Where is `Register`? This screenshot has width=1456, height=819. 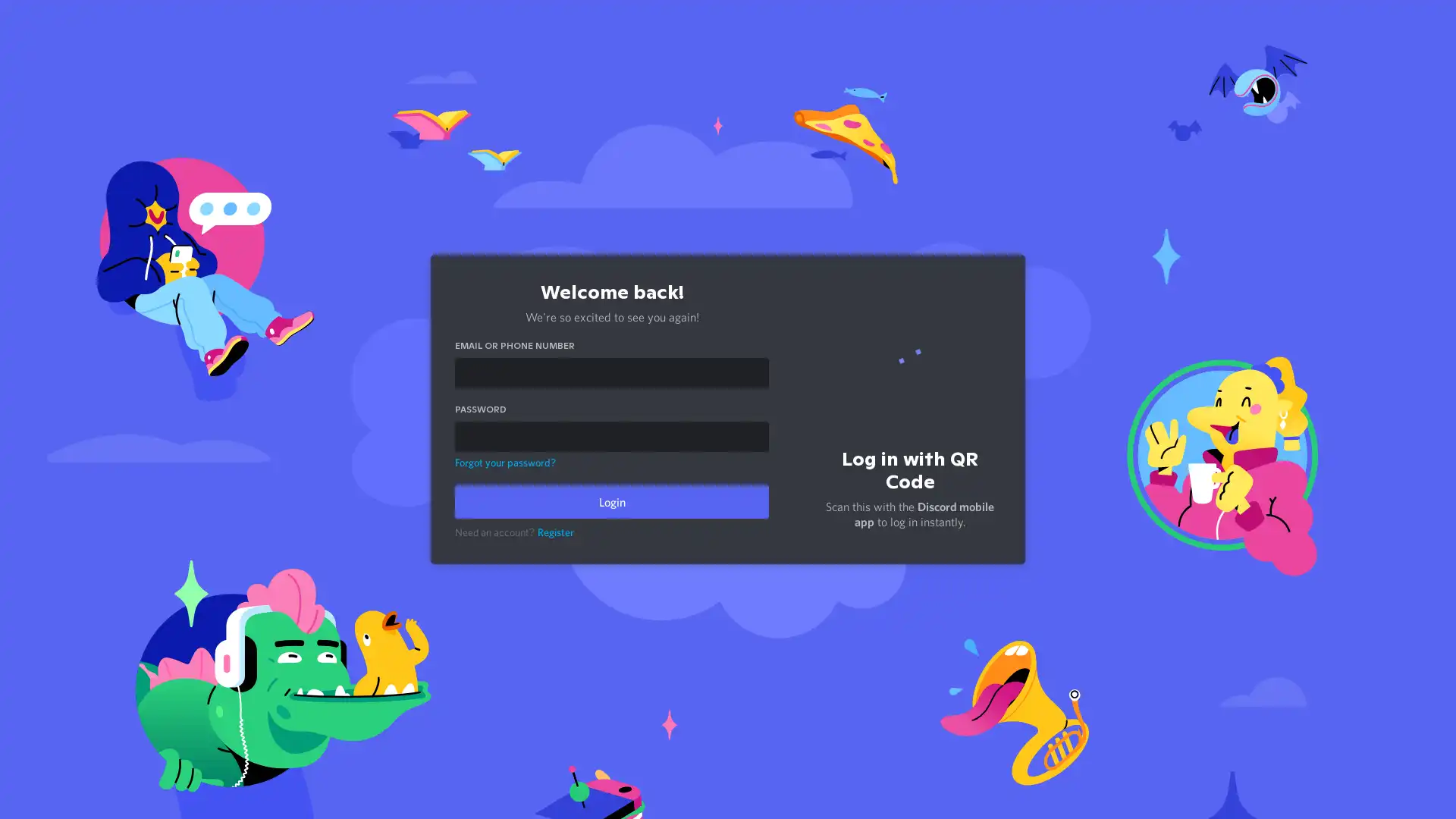
Register is located at coordinates (555, 532).